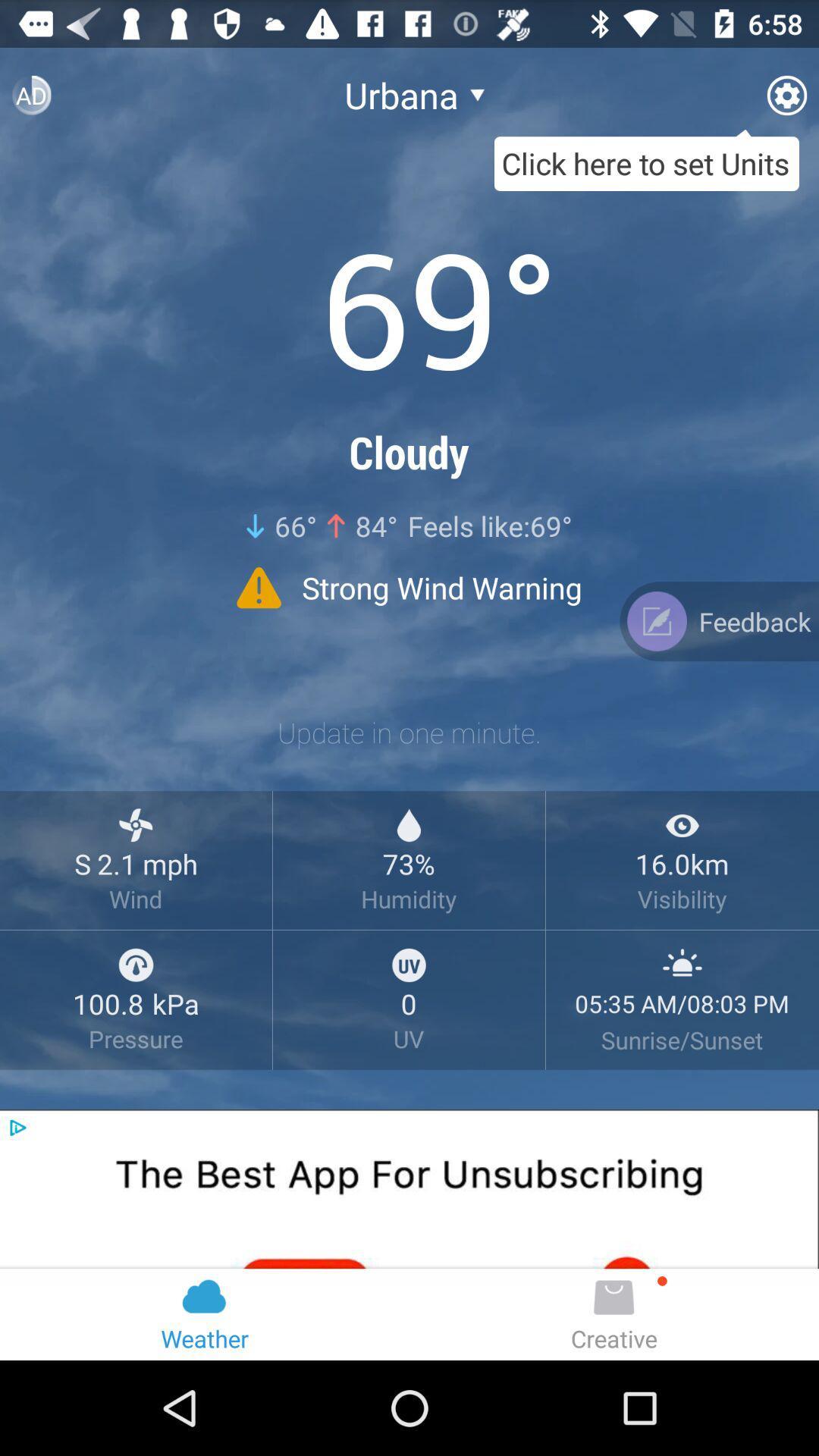  What do you see at coordinates (786, 101) in the screenshot?
I see `the settings icon` at bounding box center [786, 101].